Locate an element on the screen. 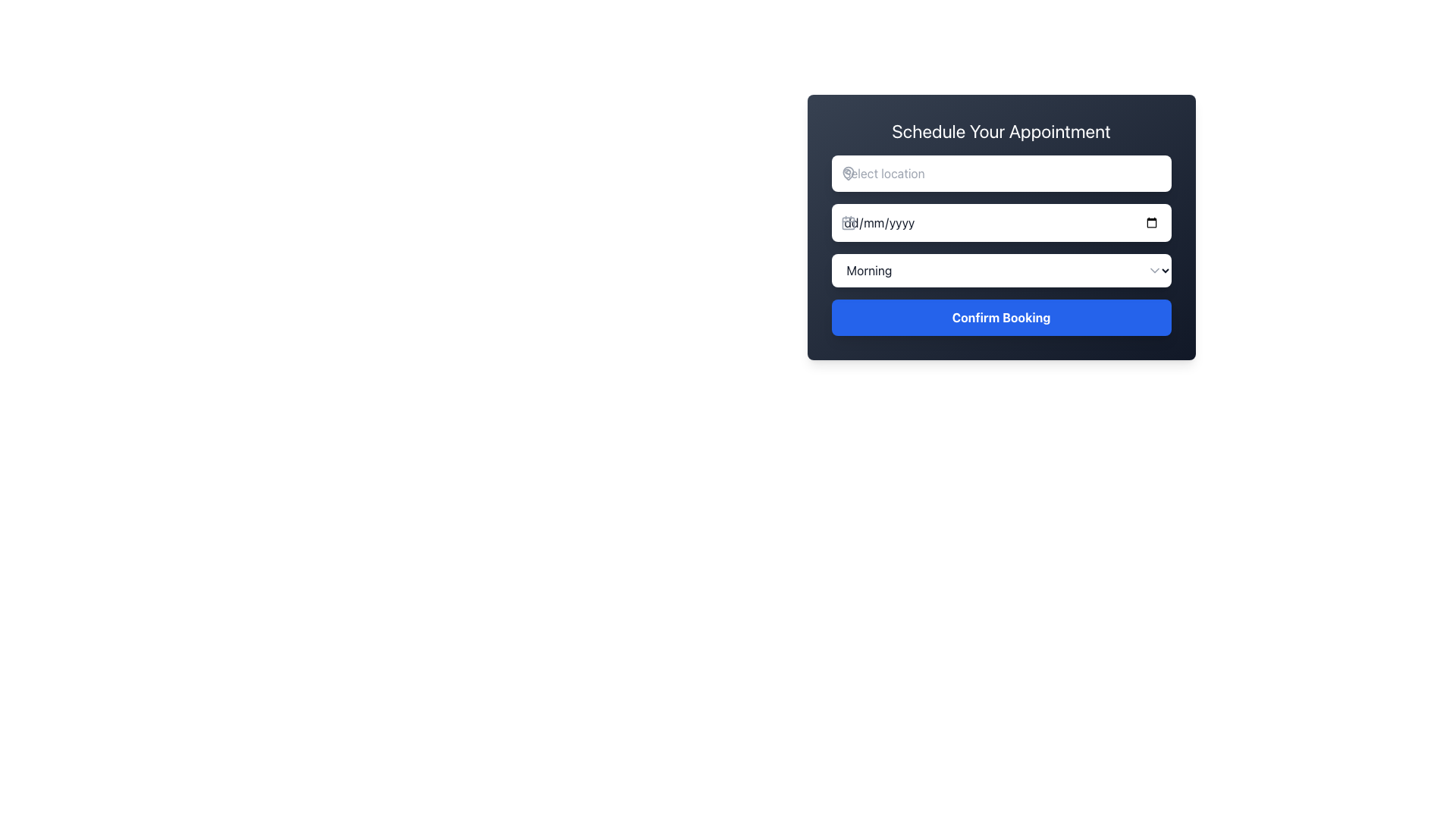  the dropdown menu that displays 'Morning' is located at coordinates (1001, 270).